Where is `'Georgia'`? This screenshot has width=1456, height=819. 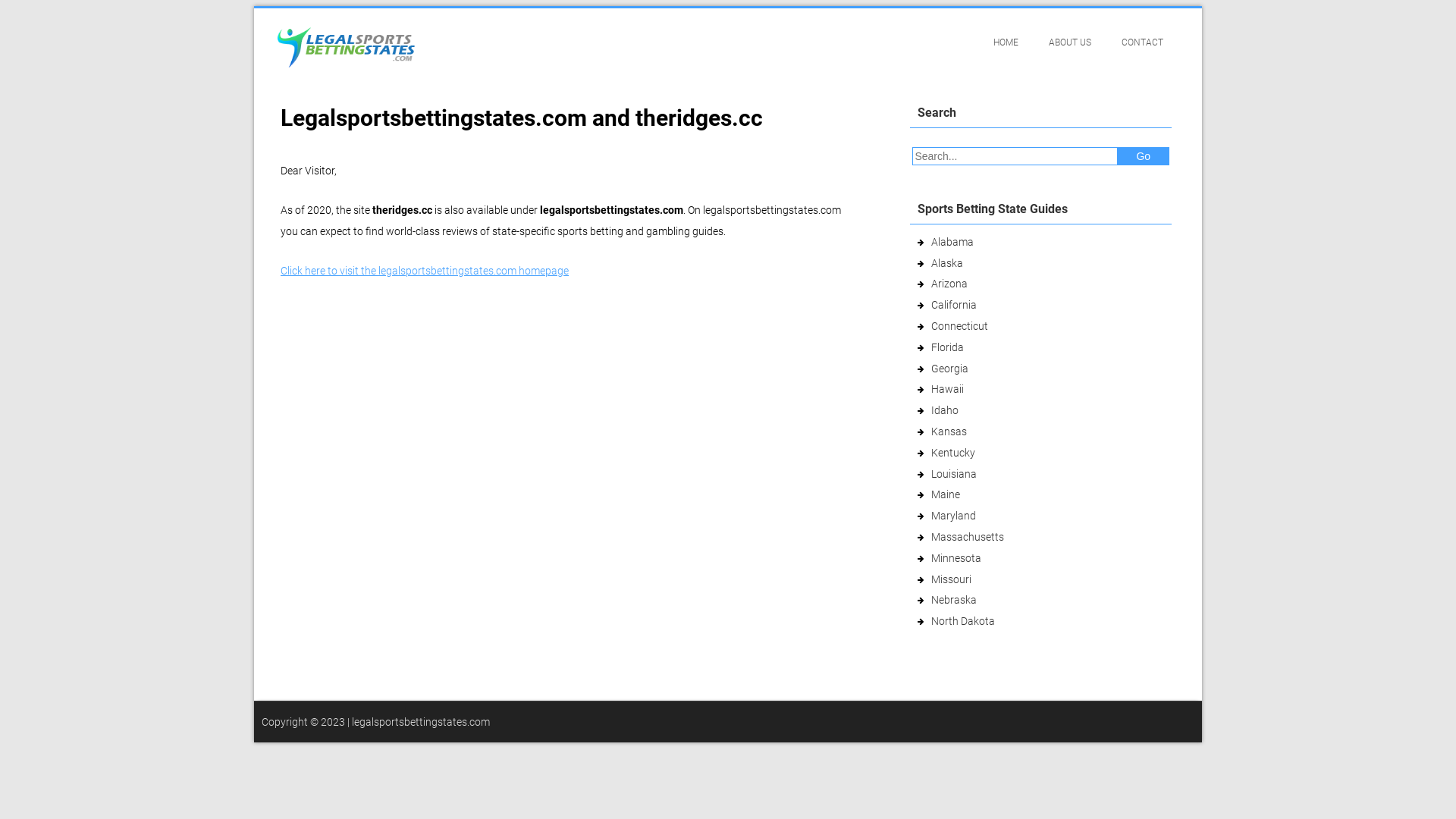 'Georgia' is located at coordinates (949, 369).